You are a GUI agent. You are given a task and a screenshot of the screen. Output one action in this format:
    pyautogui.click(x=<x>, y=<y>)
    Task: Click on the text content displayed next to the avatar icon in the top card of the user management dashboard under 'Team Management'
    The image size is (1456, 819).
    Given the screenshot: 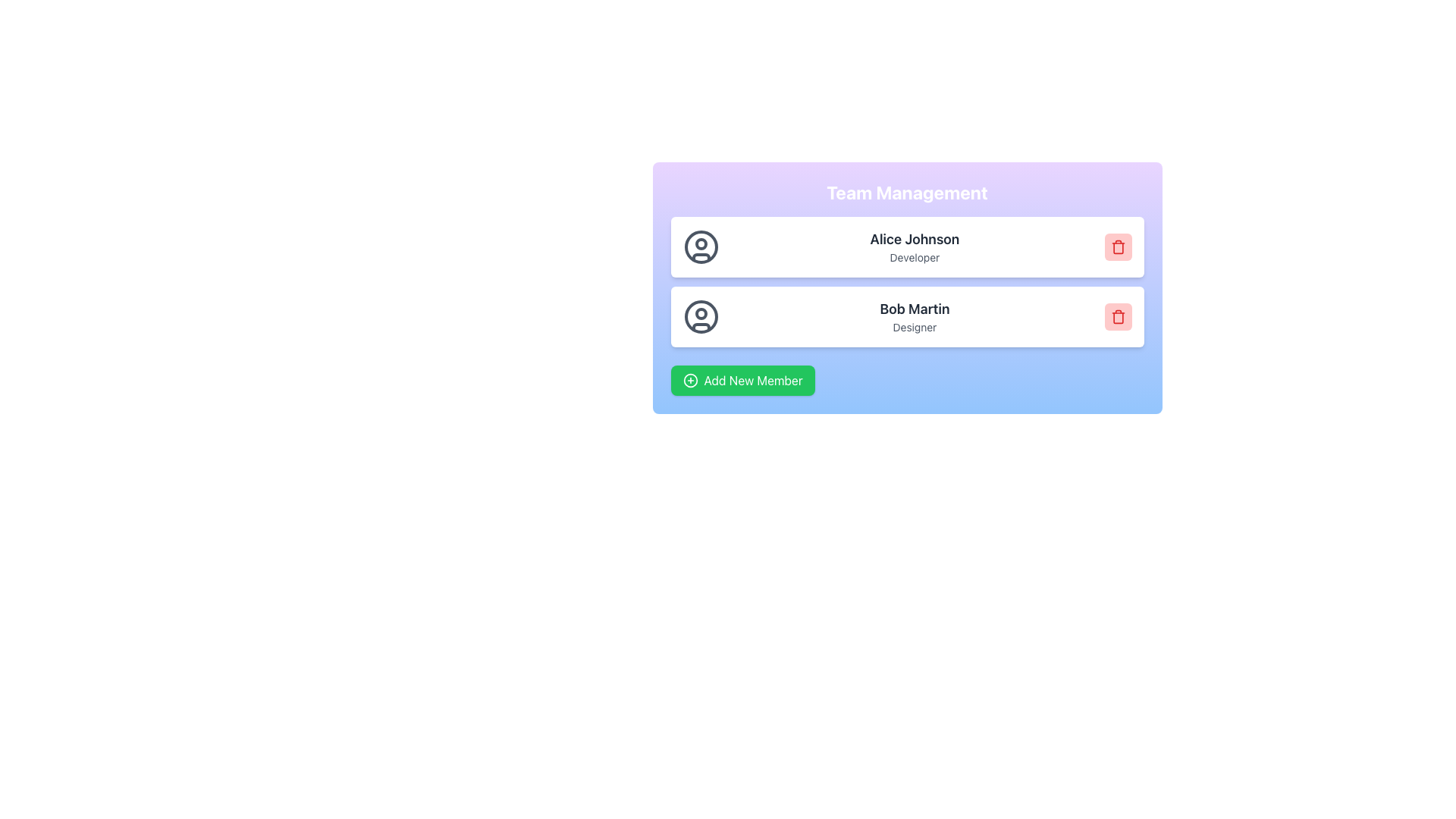 What is the action you would take?
    pyautogui.click(x=914, y=246)
    